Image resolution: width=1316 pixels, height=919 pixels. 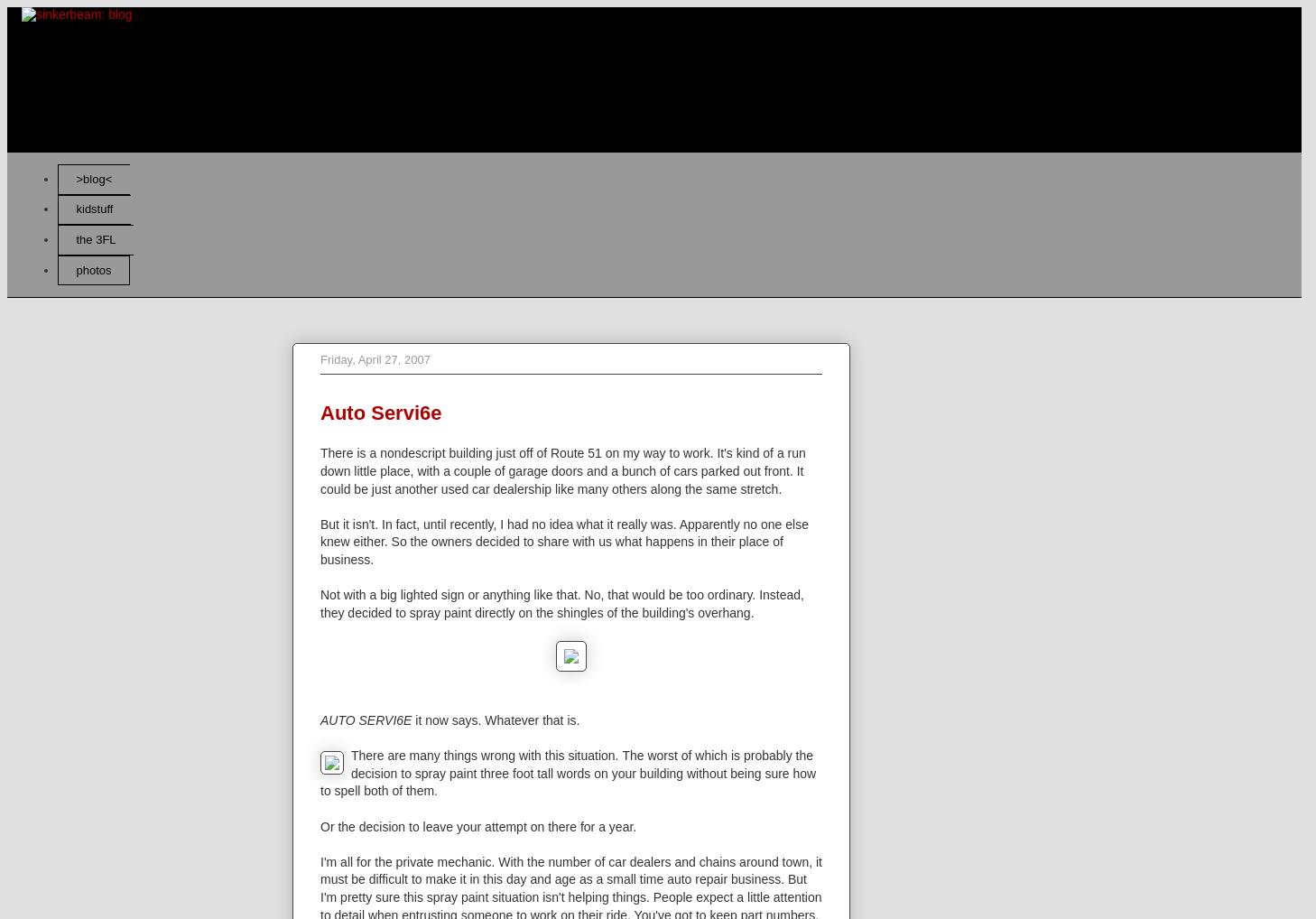 I want to click on 'AUTO SERVI6E', so click(x=366, y=720).